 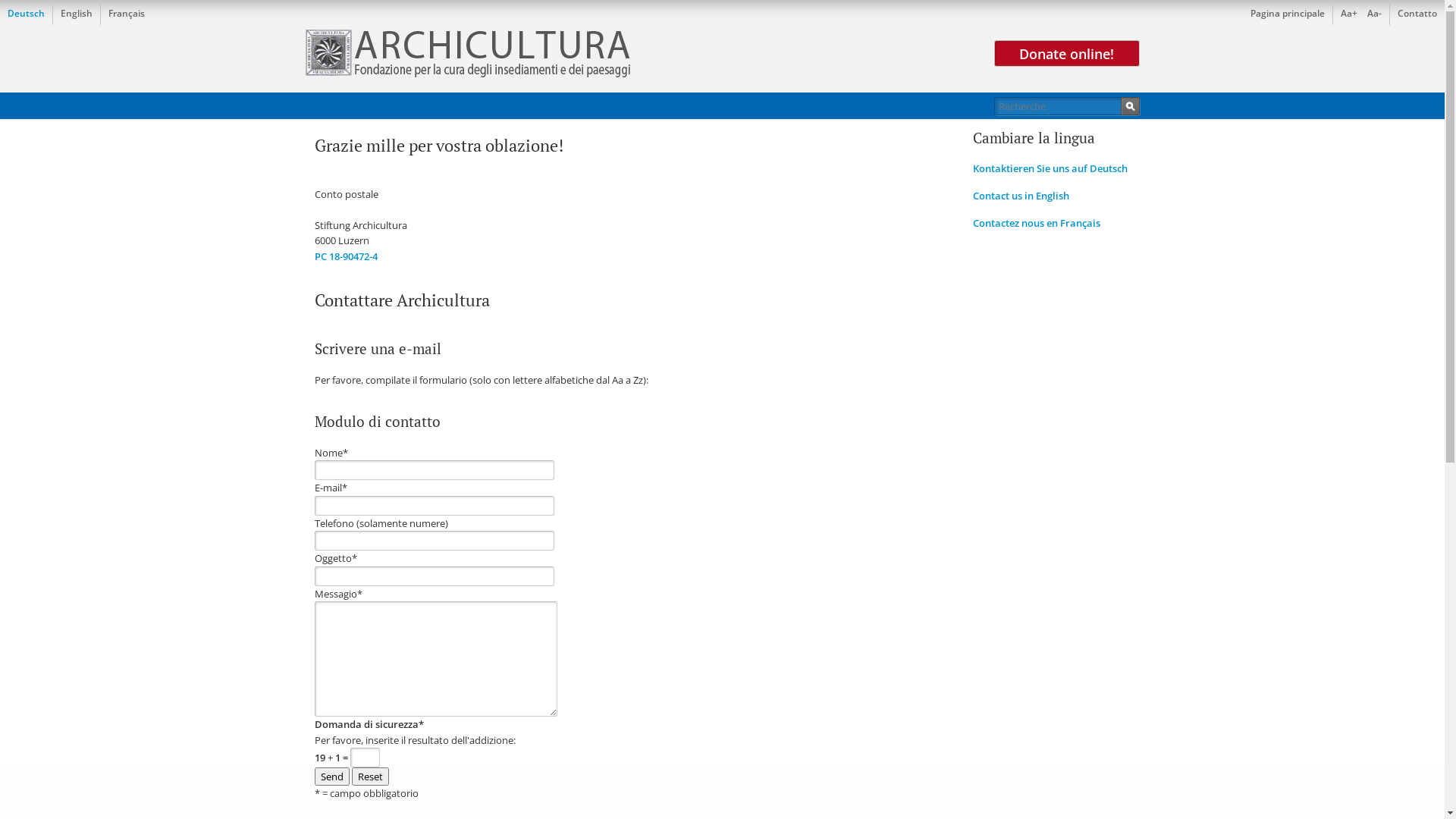 What do you see at coordinates (1020, 195) in the screenshot?
I see `'Contact us in English'` at bounding box center [1020, 195].